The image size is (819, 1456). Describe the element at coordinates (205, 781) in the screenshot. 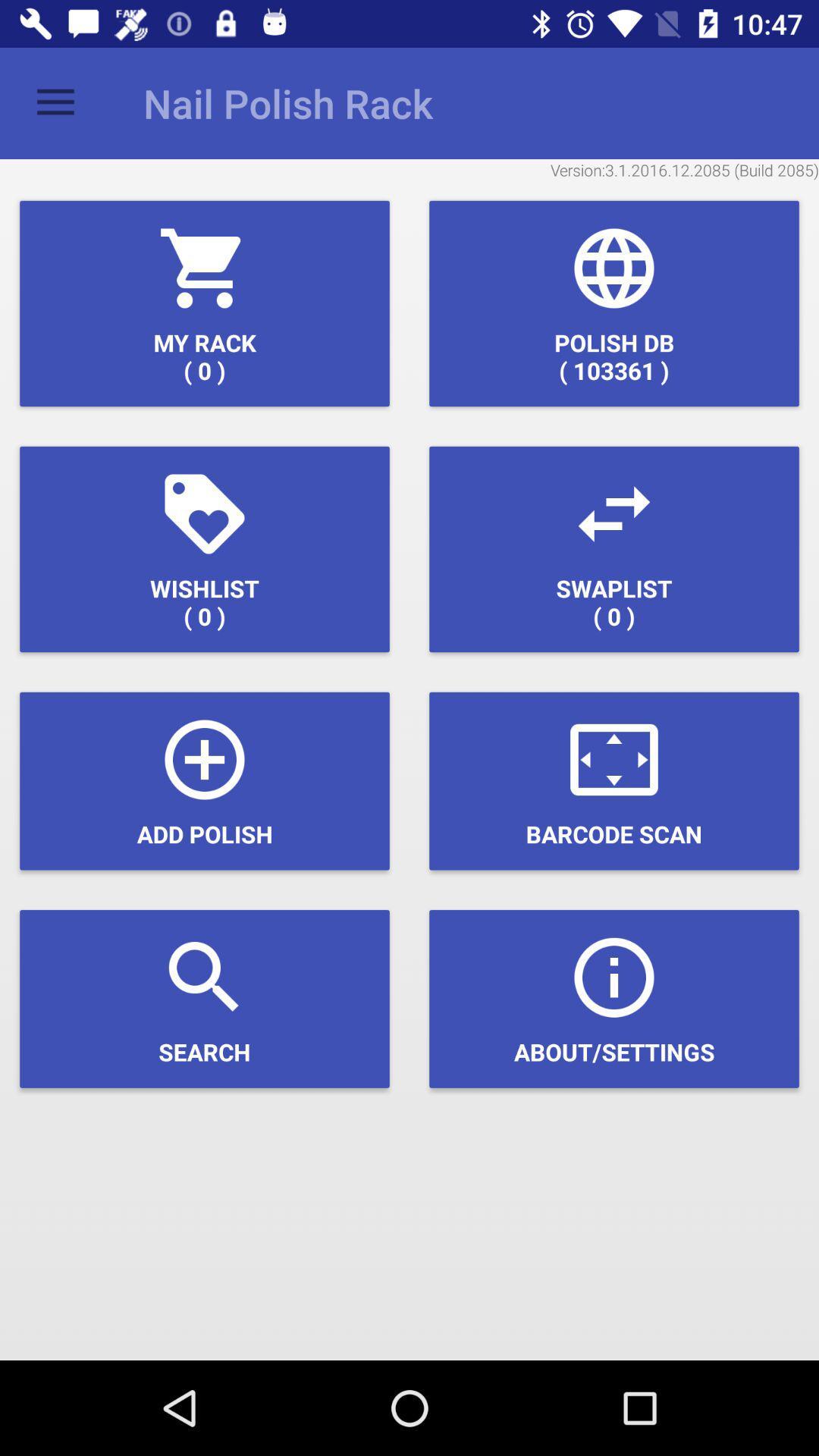

I see `icon below wishlist` at that location.